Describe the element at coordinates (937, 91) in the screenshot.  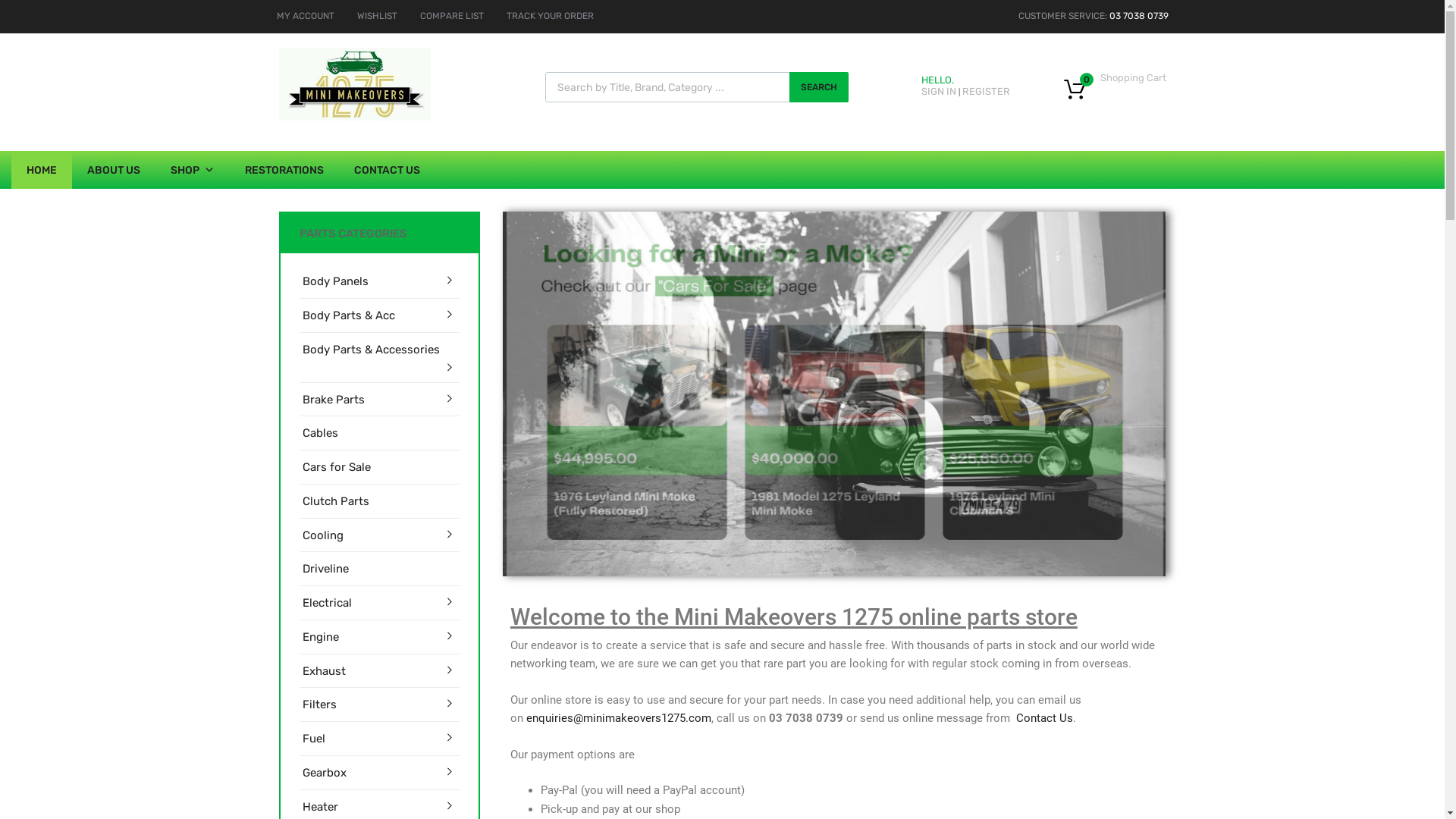
I see `'SIGN IN'` at that location.